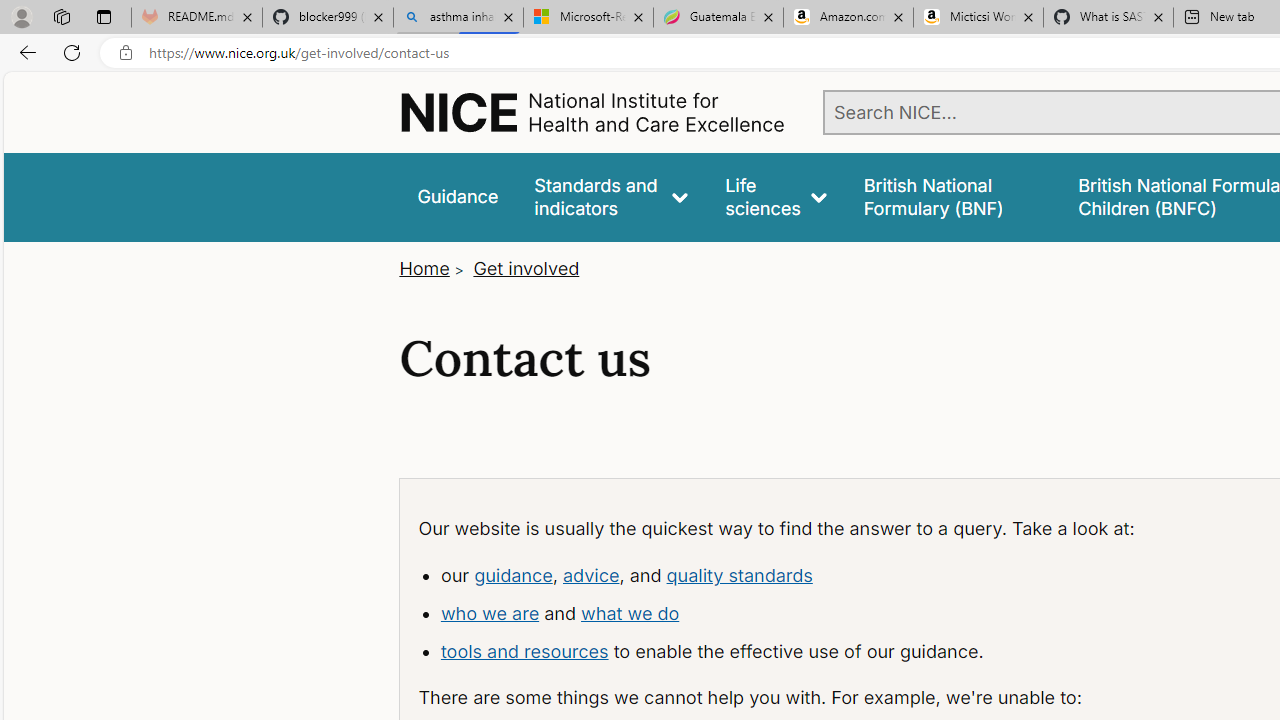  What do you see at coordinates (524, 650) in the screenshot?
I see `'tools and resources'` at bounding box center [524, 650].